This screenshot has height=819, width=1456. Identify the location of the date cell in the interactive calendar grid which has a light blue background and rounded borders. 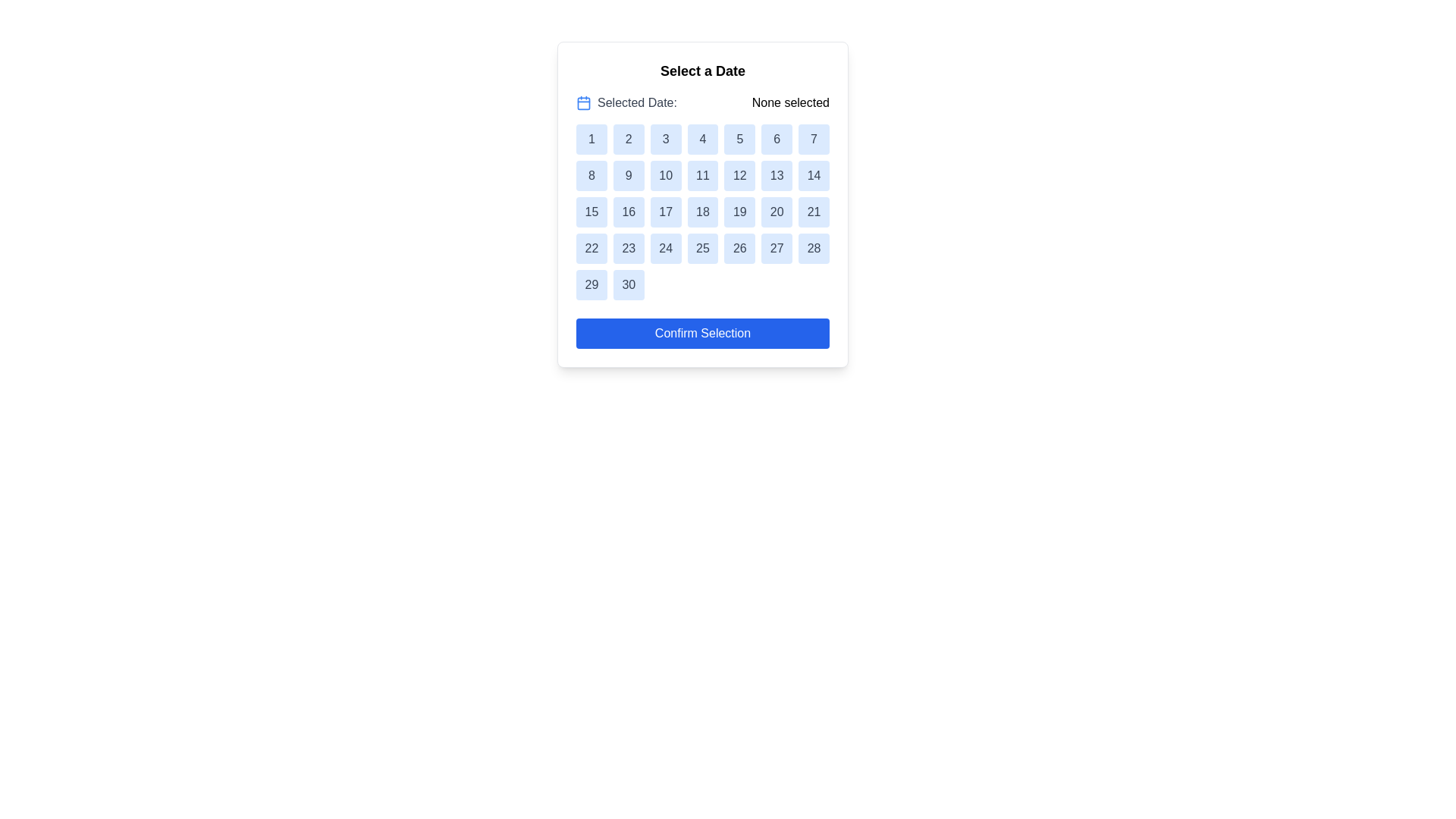
(701, 212).